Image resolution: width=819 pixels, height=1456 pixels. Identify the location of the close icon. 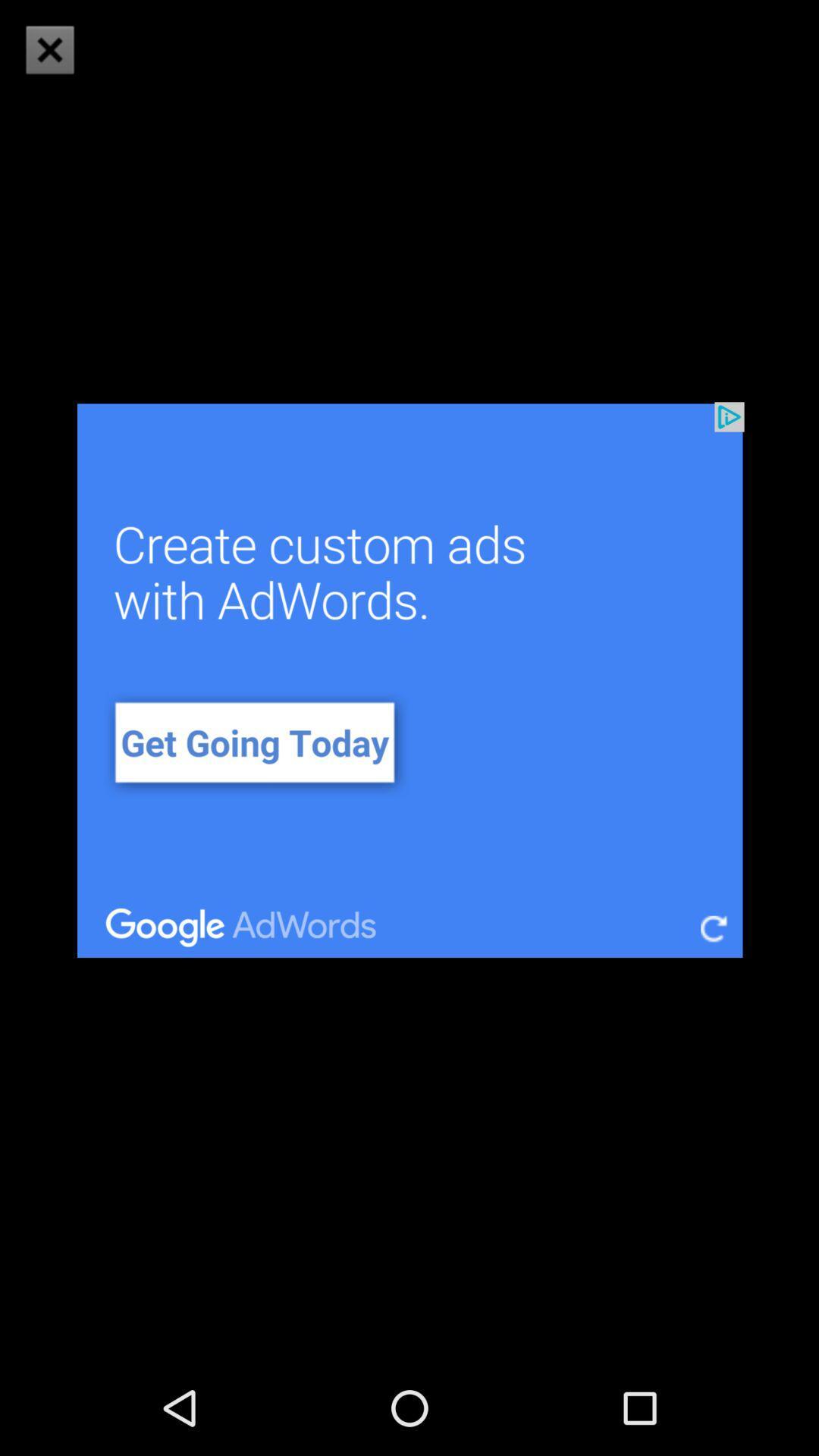
(49, 53).